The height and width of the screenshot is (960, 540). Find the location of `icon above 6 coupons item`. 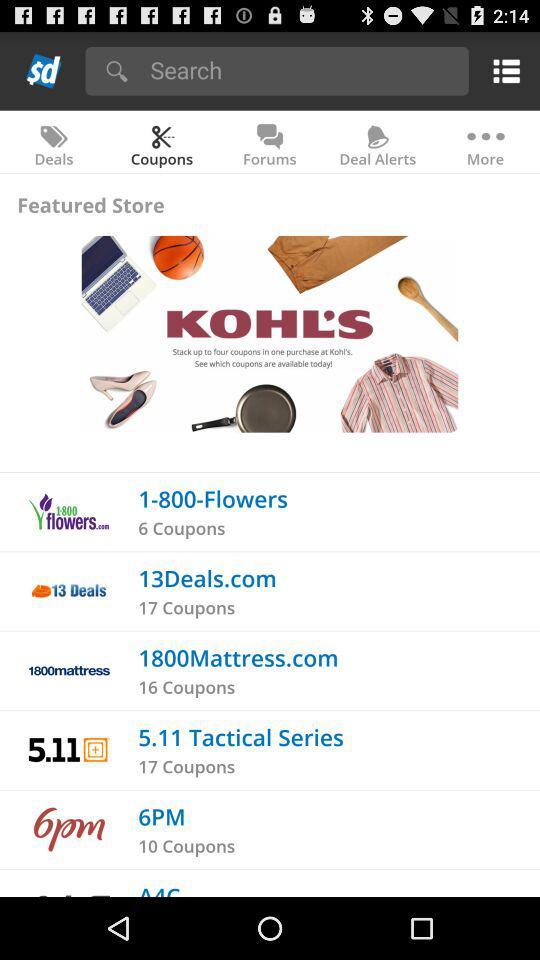

icon above 6 coupons item is located at coordinates (212, 497).